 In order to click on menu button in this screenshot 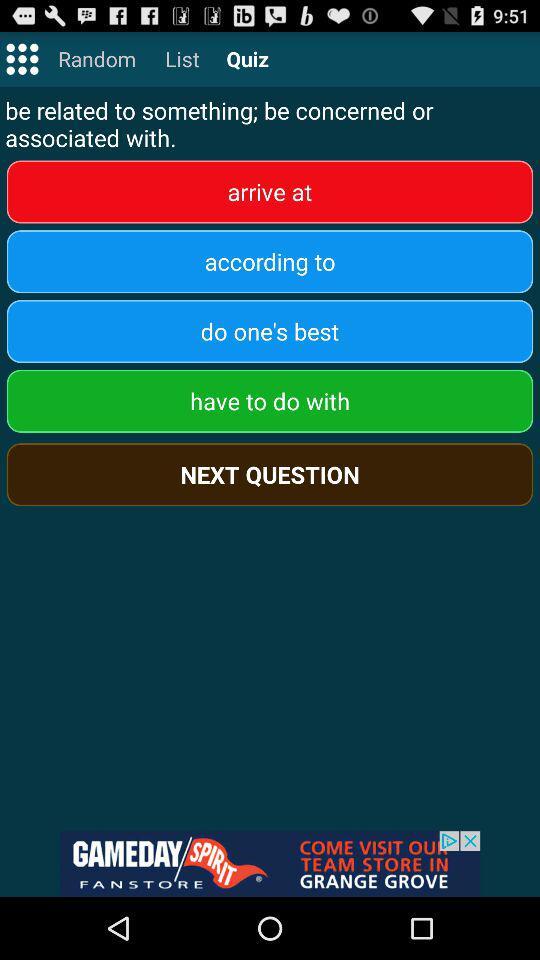, I will do `click(21, 58)`.